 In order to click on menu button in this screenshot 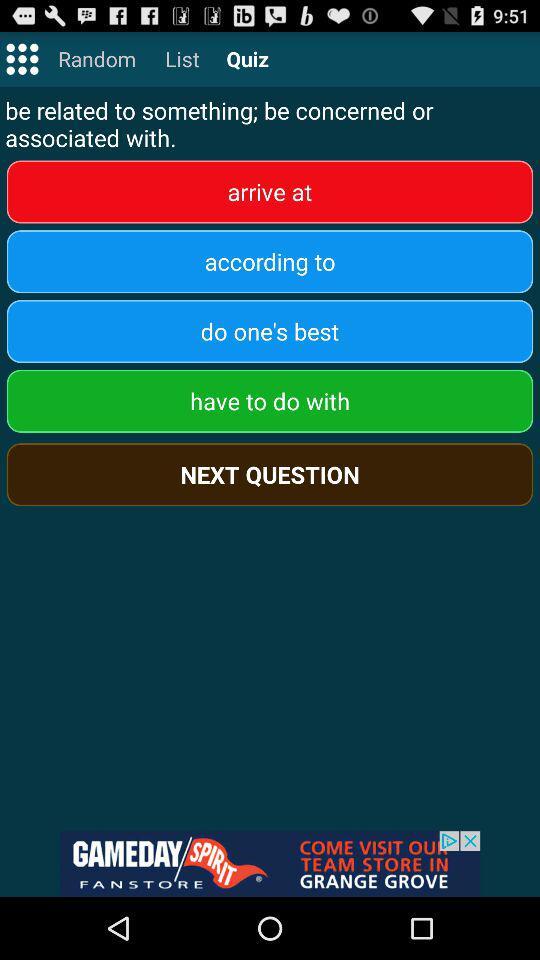, I will do `click(21, 58)`.